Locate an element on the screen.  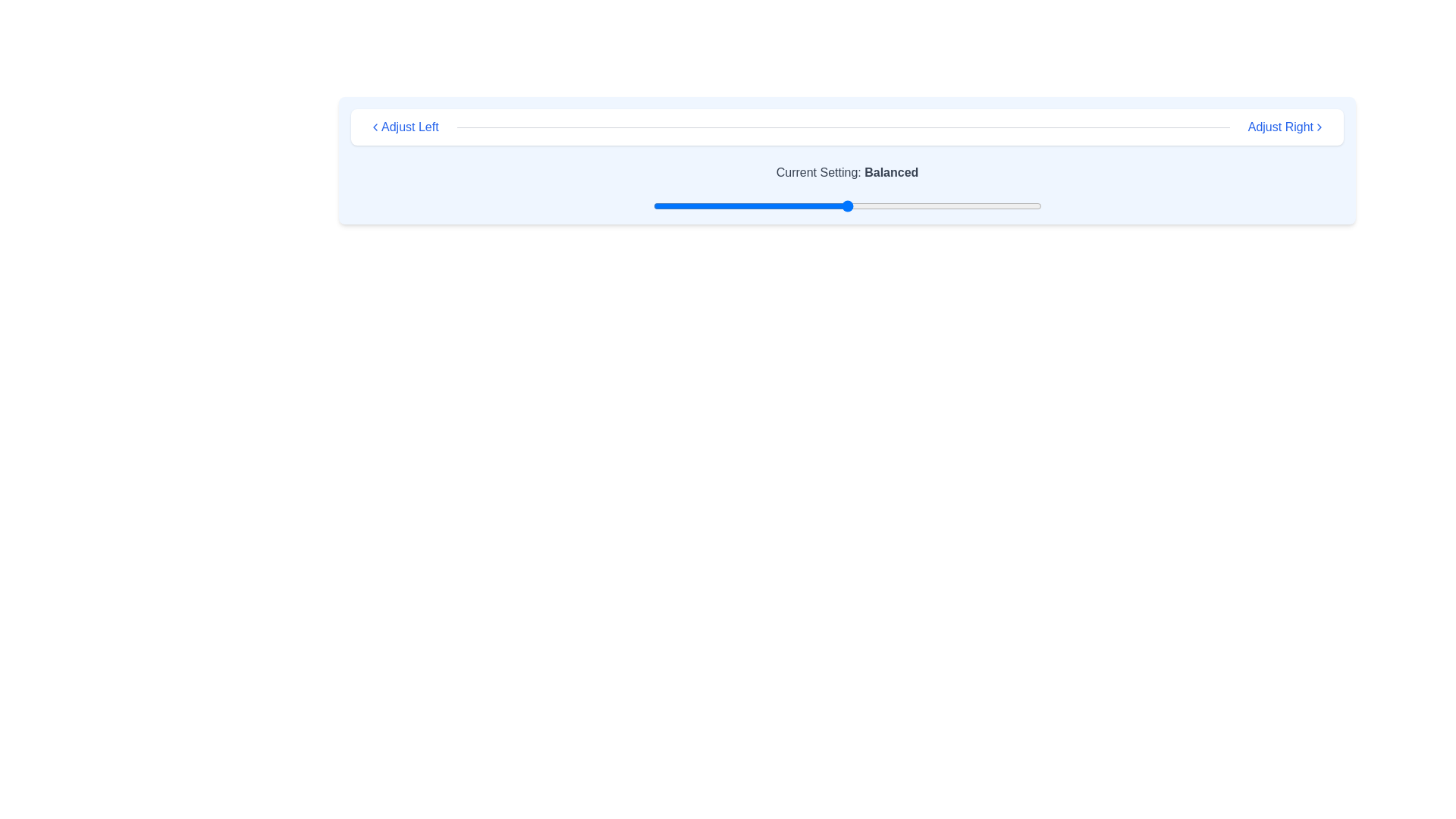
the slider is located at coordinates (975, 206).